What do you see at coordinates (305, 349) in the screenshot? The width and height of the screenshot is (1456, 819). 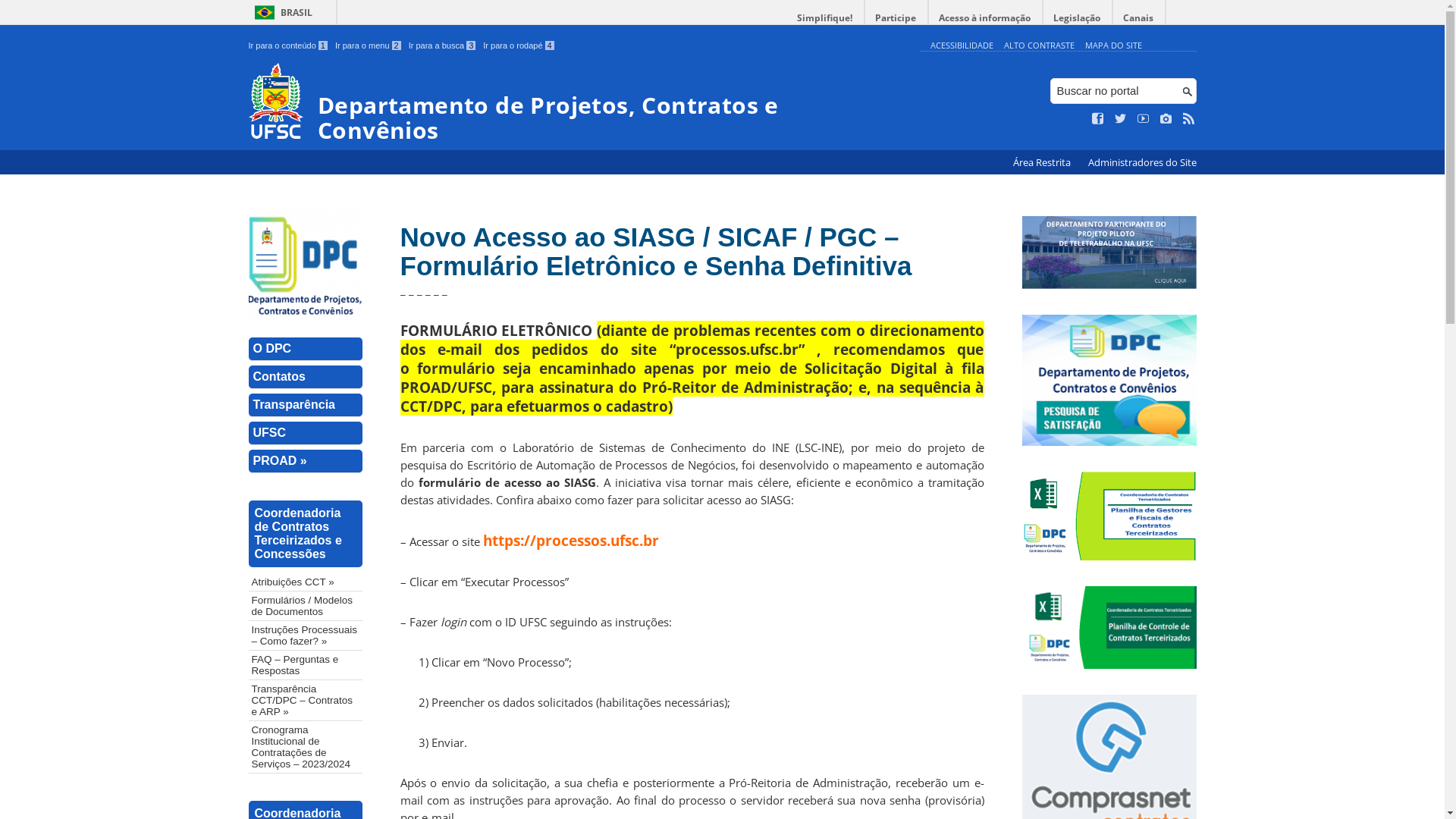 I see `'O DPC'` at bounding box center [305, 349].